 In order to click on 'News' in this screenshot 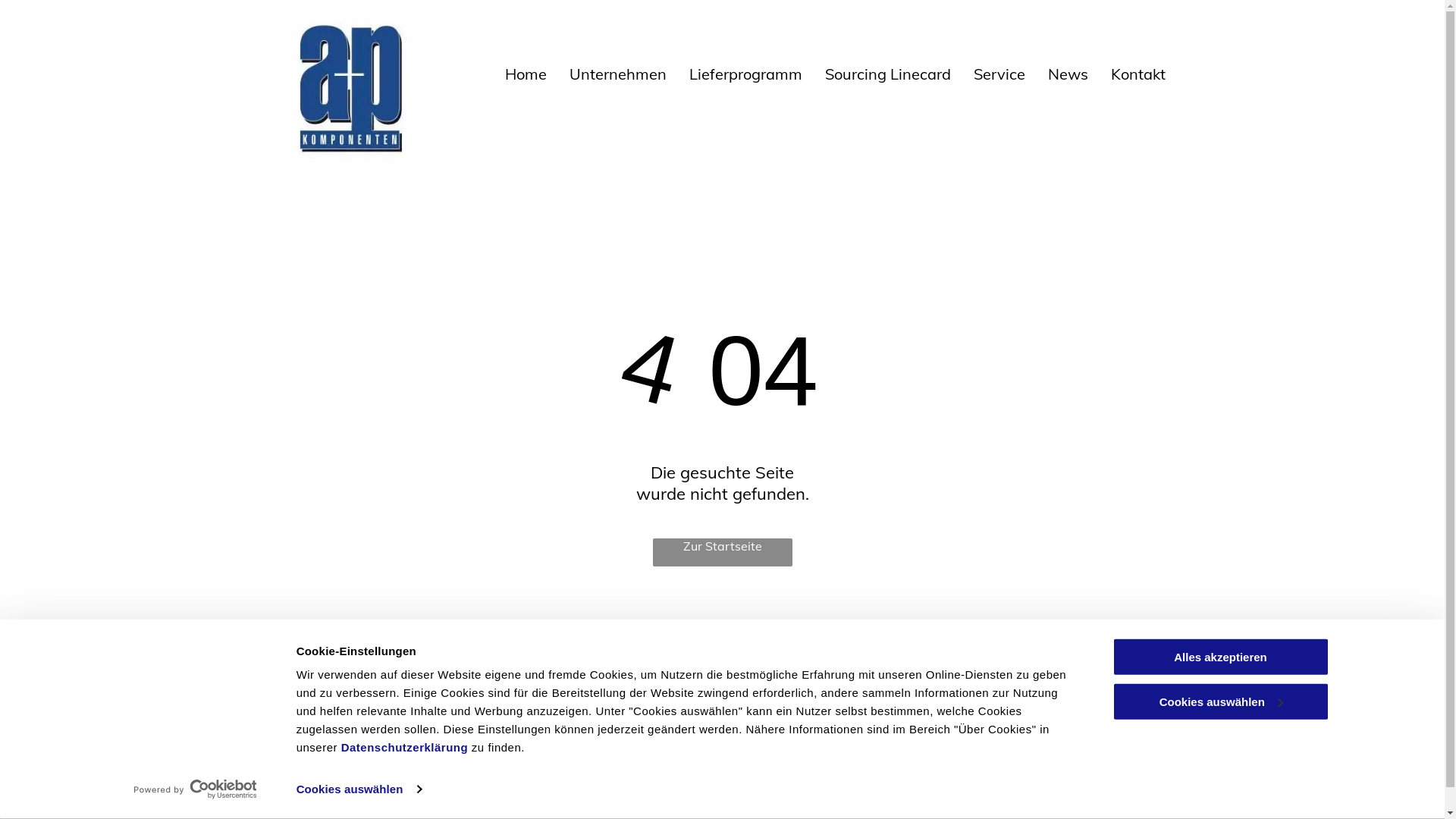, I will do `click(1056, 74)`.